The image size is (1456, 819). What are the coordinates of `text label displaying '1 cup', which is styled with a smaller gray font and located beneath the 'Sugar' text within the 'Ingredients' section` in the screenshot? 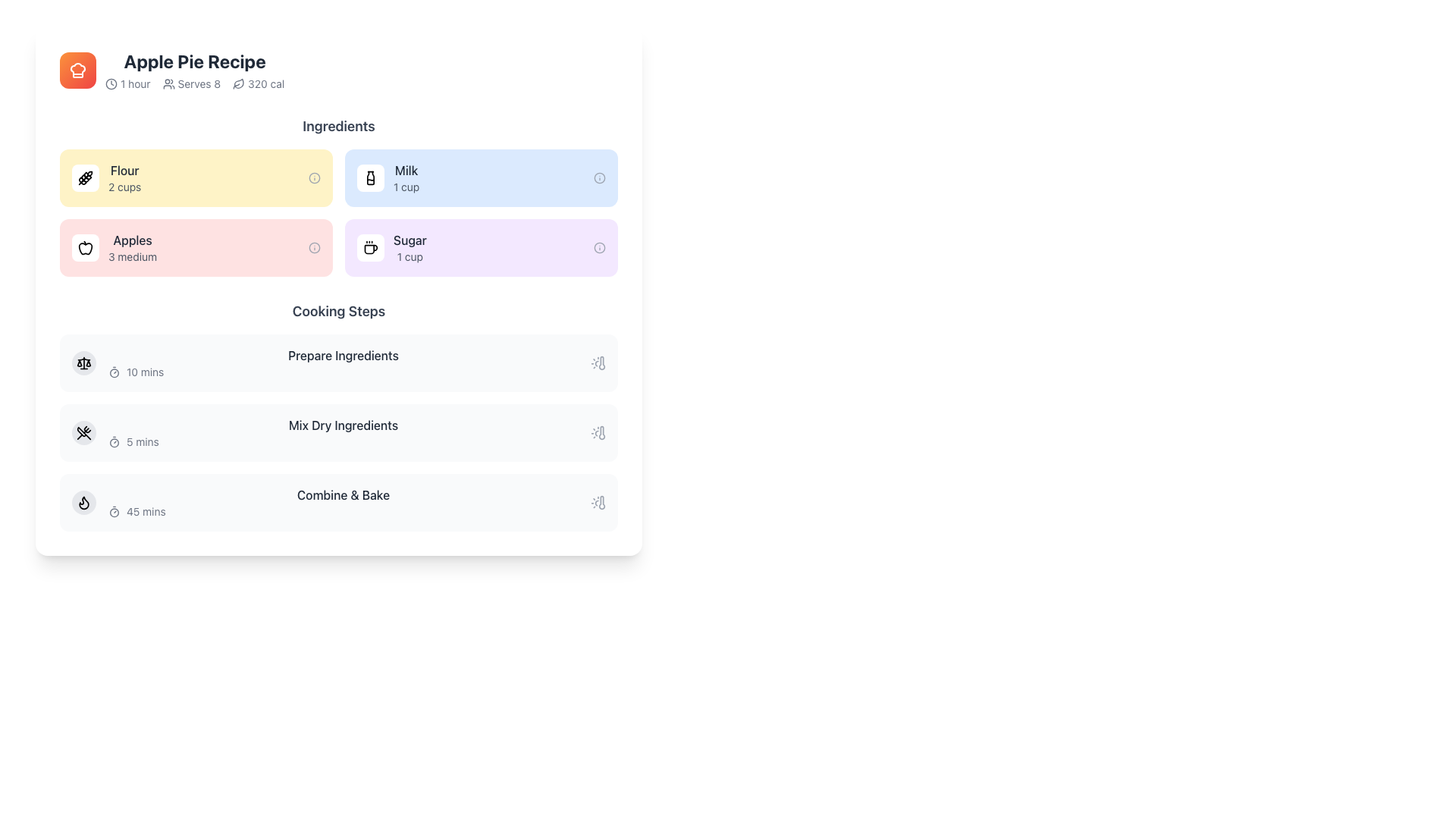 It's located at (409, 256).